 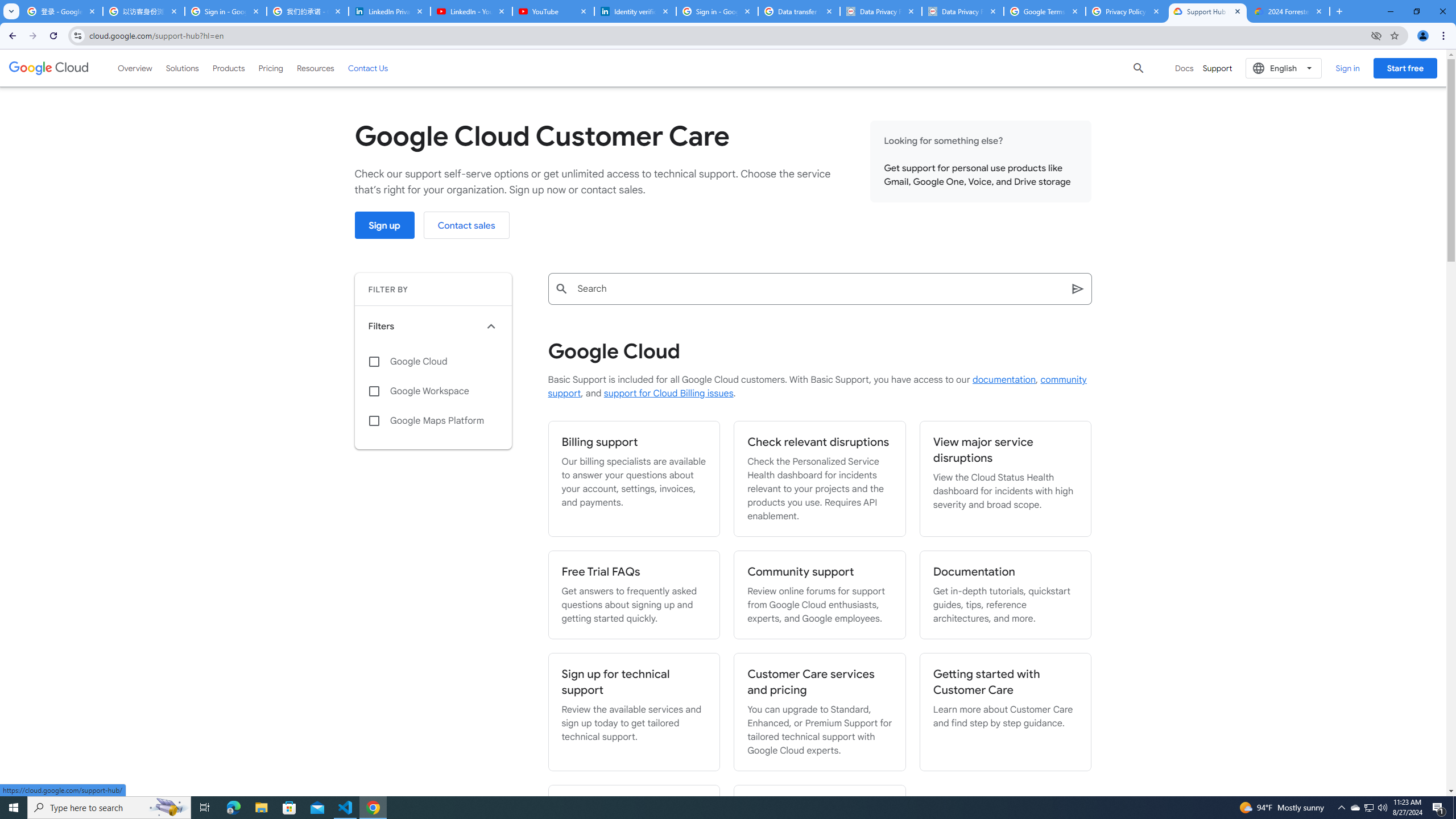 What do you see at coordinates (1423, 35) in the screenshot?
I see `'You'` at bounding box center [1423, 35].